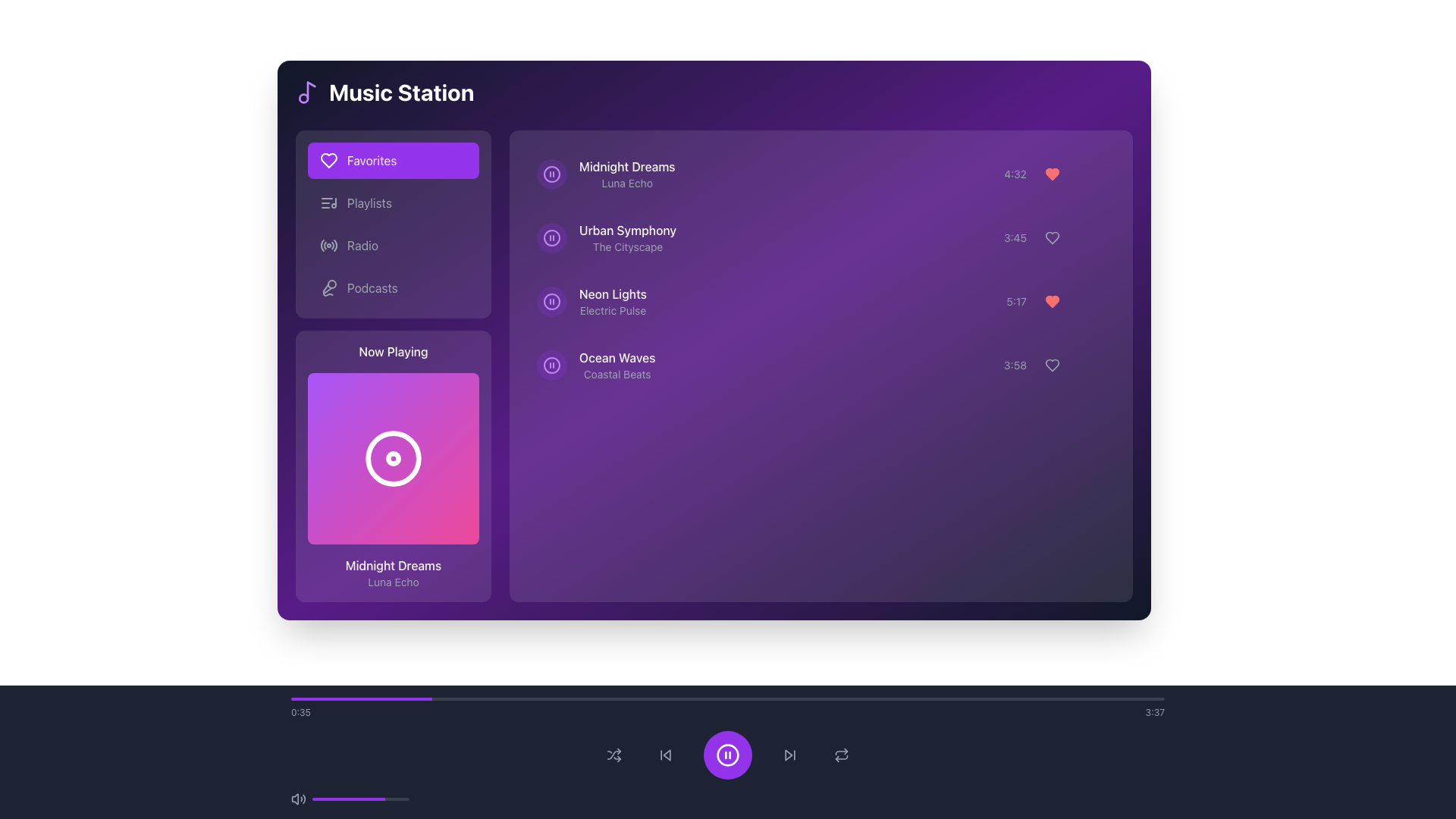 This screenshot has width=1456, height=819. What do you see at coordinates (1015, 366) in the screenshot?
I see `the text label that displays the duration of the specific song in the playlist, located in the far-right column` at bounding box center [1015, 366].